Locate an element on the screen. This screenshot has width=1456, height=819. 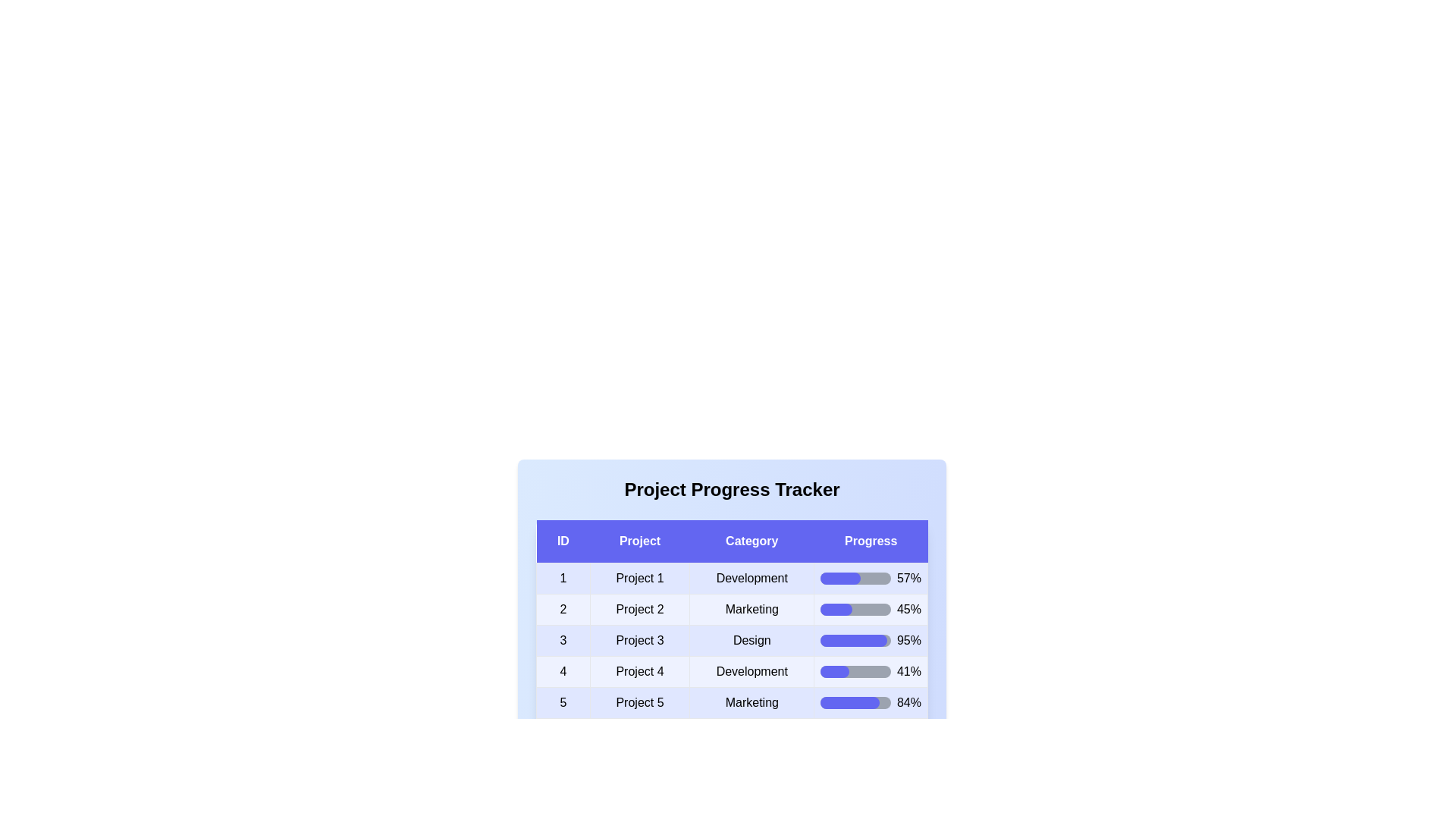
the cell corresponding to 1 to select its text is located at coordinates (562, 579).